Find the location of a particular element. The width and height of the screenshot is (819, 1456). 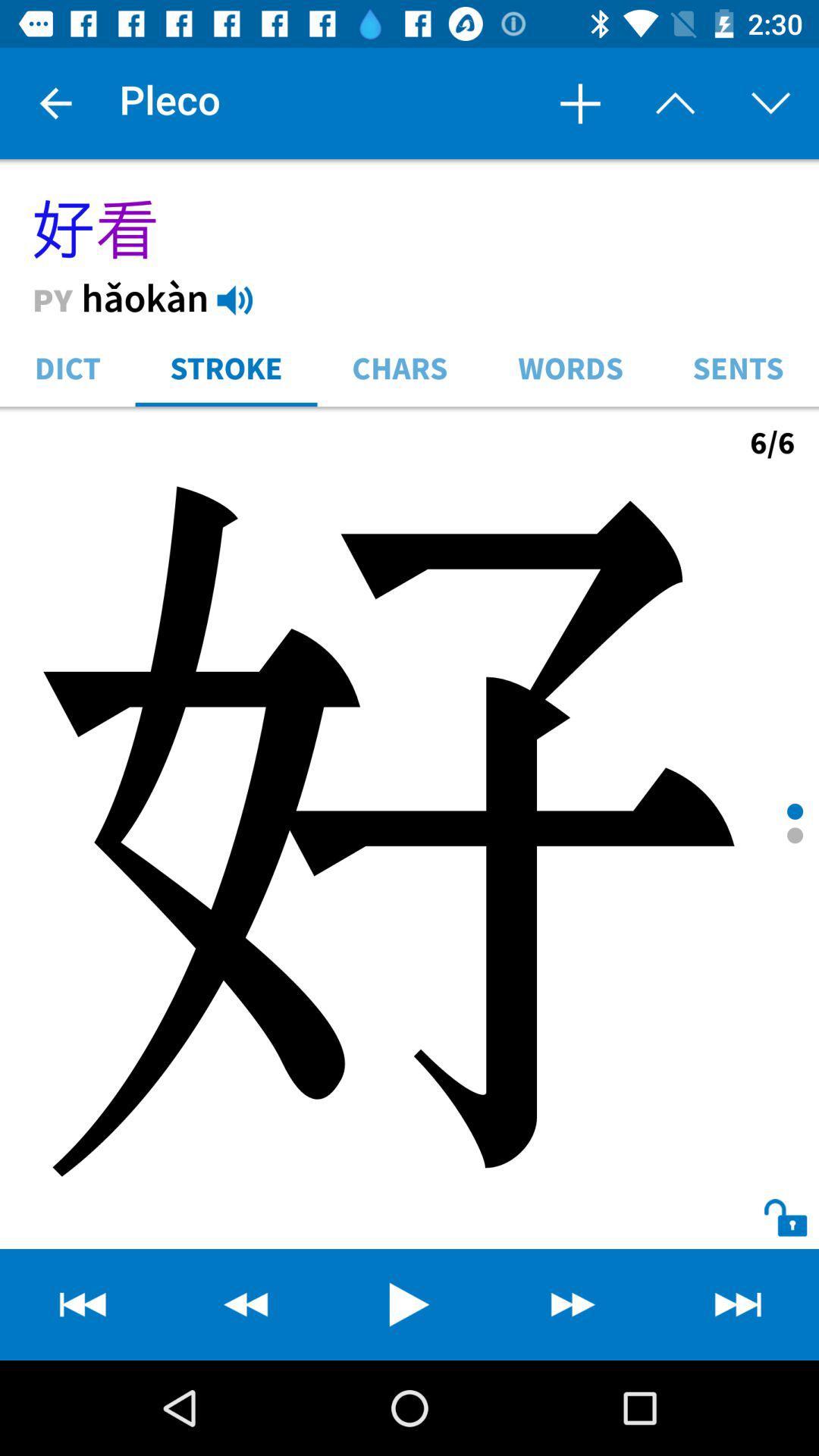

the av_rewind icon is located at coordinates (245, 1304).